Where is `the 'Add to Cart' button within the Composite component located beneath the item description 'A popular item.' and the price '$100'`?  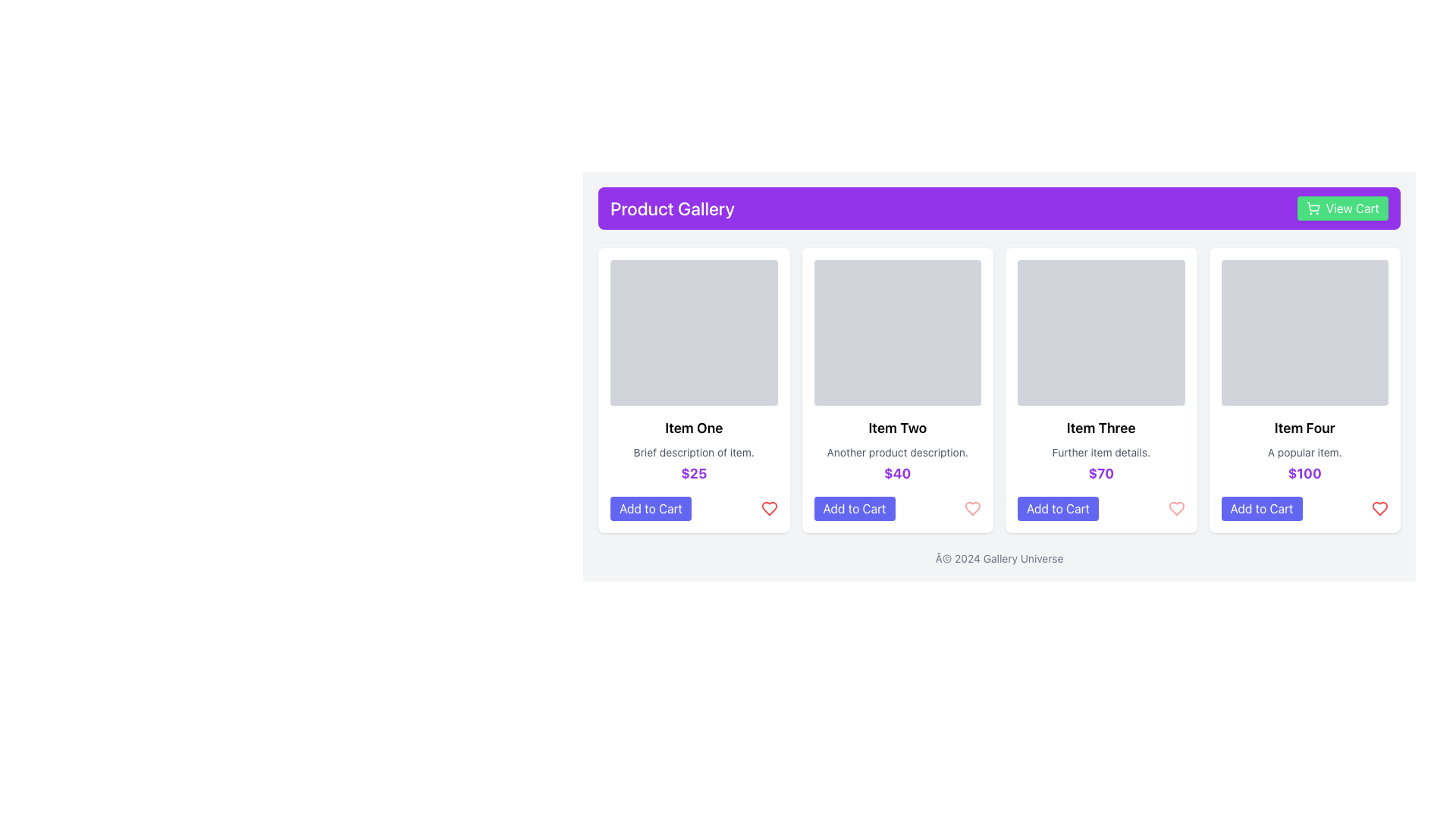
the 'Add to Cart' button within the Composite component located beneath the item description 'A popular item.' and the price '$100' is located at coordinates (1304, 509).